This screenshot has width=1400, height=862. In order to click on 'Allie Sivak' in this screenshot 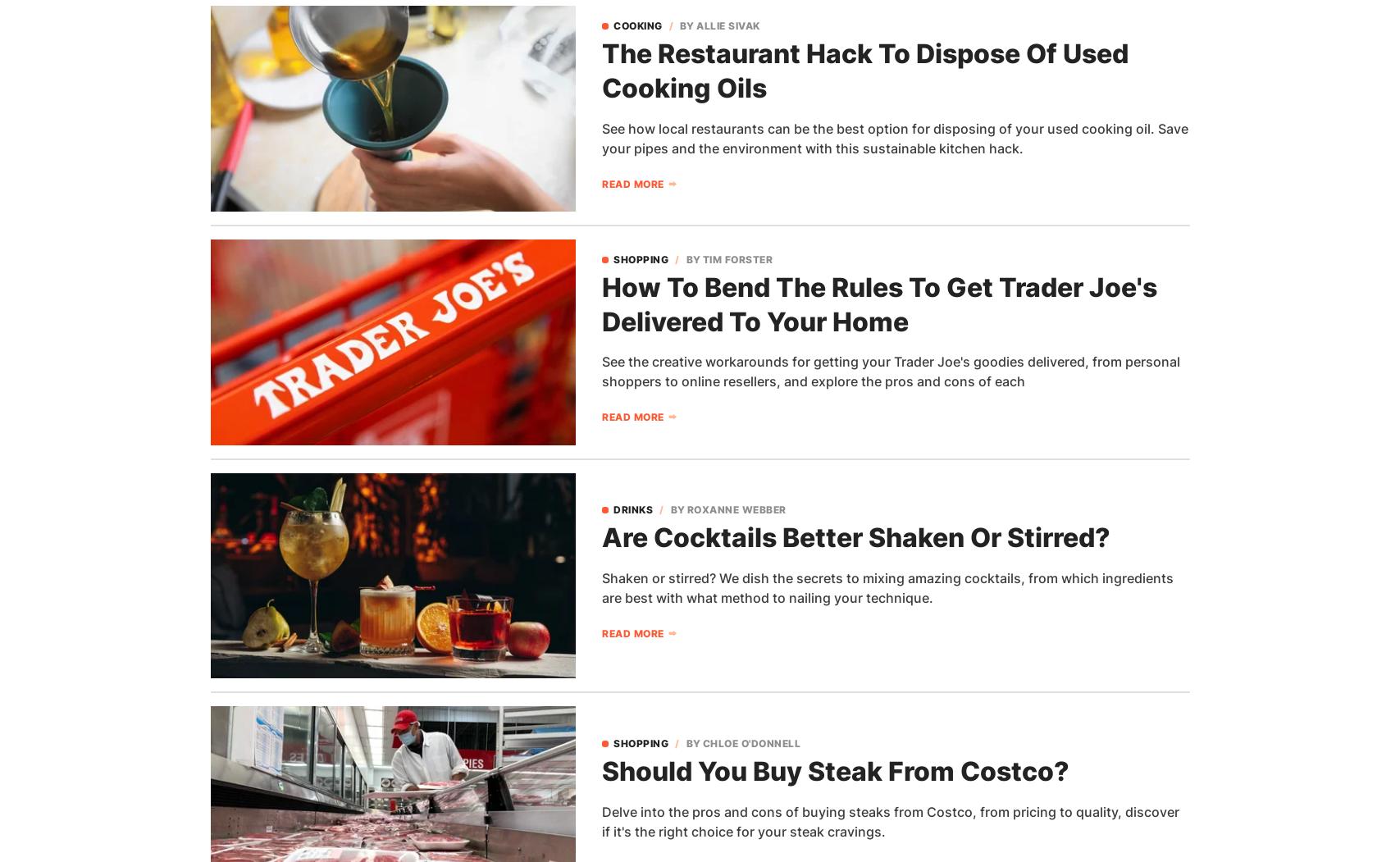, I will do `click(727, 25)`.